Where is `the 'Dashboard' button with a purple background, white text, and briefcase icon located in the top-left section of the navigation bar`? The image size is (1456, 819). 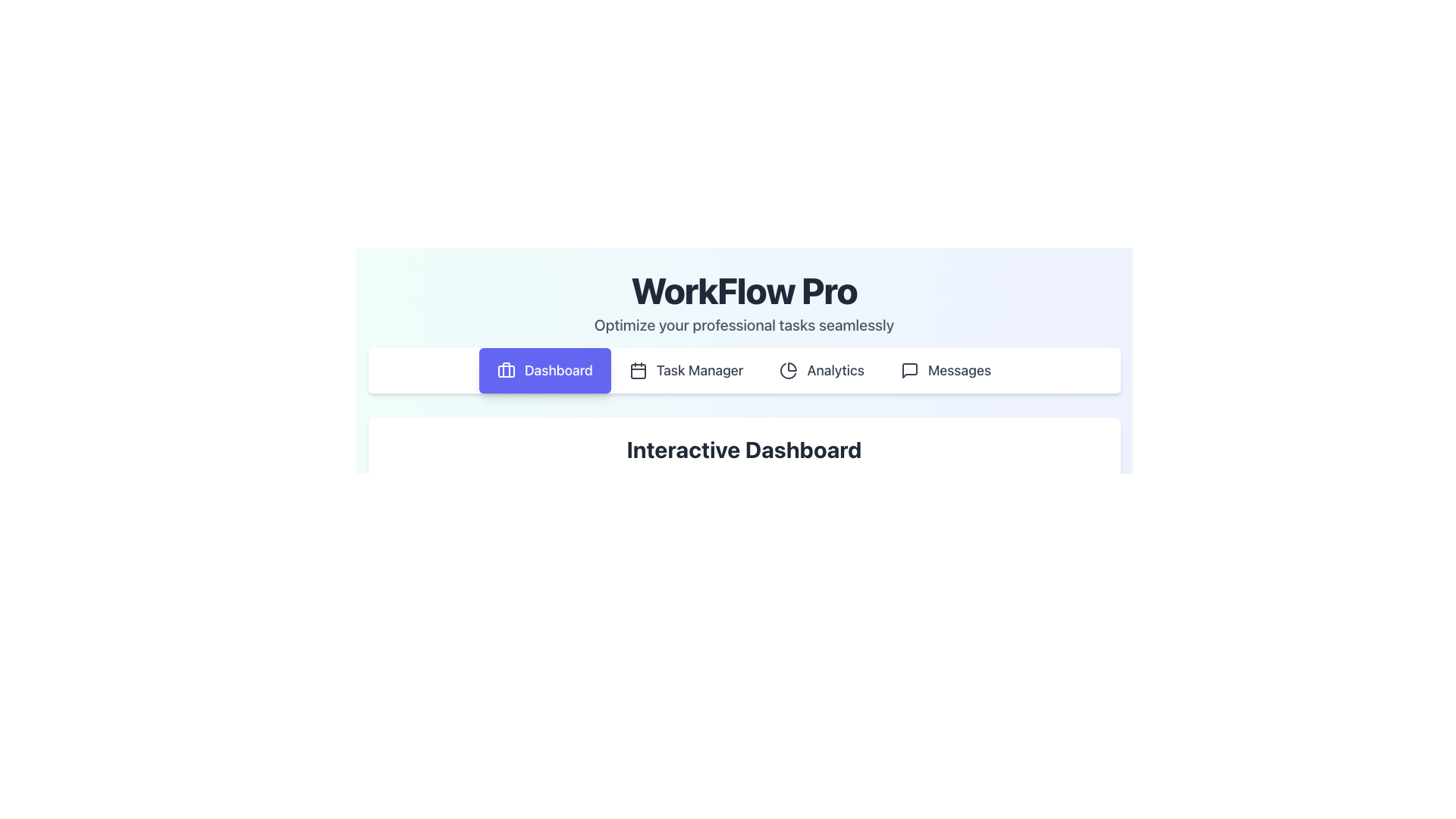 the 'Dashboard' button with a purple background, white text, and briefcase icon located in the top-left section of the navigation bar is located at coordinates (544, 371).